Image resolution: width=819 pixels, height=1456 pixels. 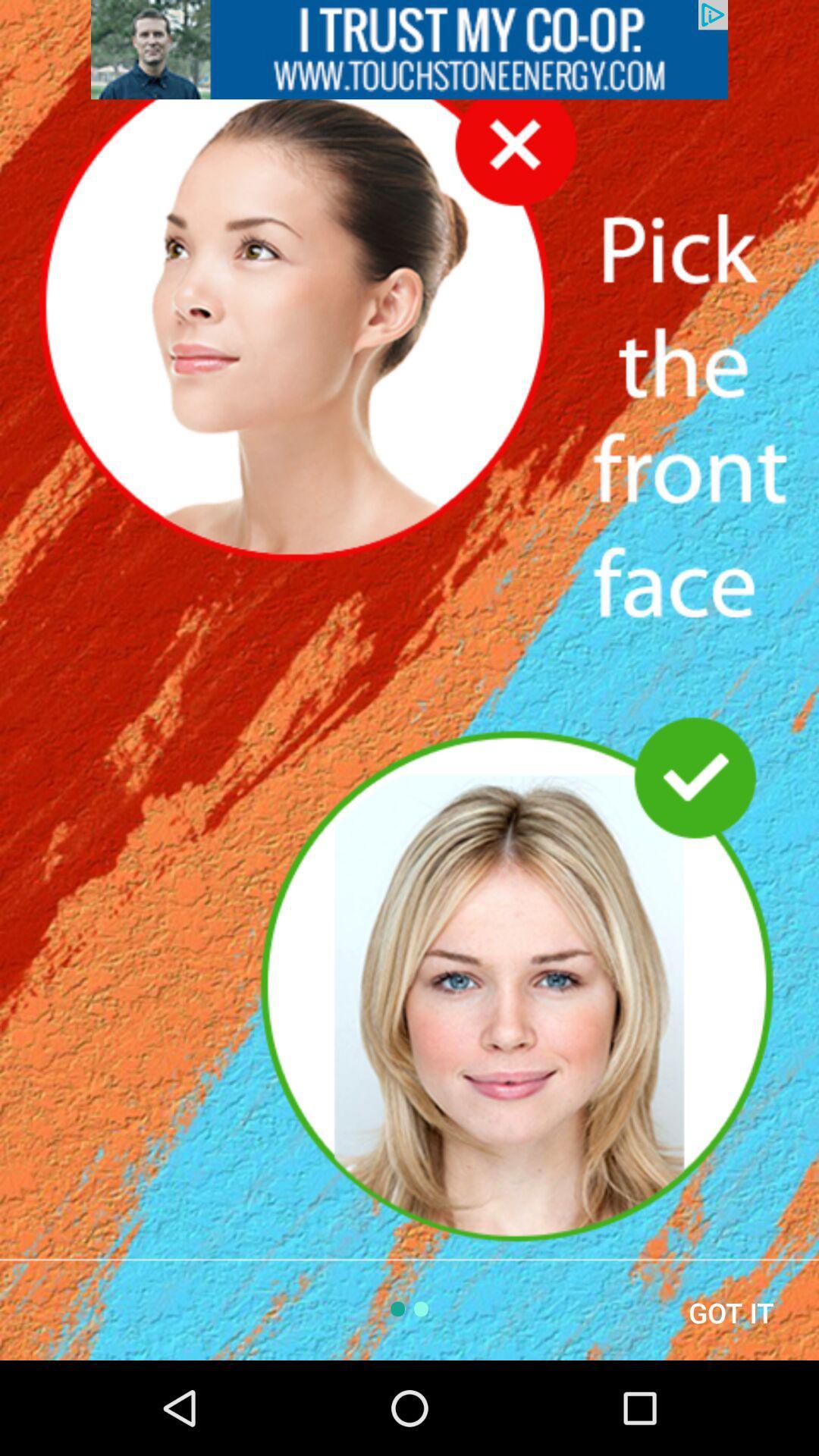 What do you see at coordinates (409, 49) in the screenshot?
I see `sponsored content` at bounding box center [409, 49].